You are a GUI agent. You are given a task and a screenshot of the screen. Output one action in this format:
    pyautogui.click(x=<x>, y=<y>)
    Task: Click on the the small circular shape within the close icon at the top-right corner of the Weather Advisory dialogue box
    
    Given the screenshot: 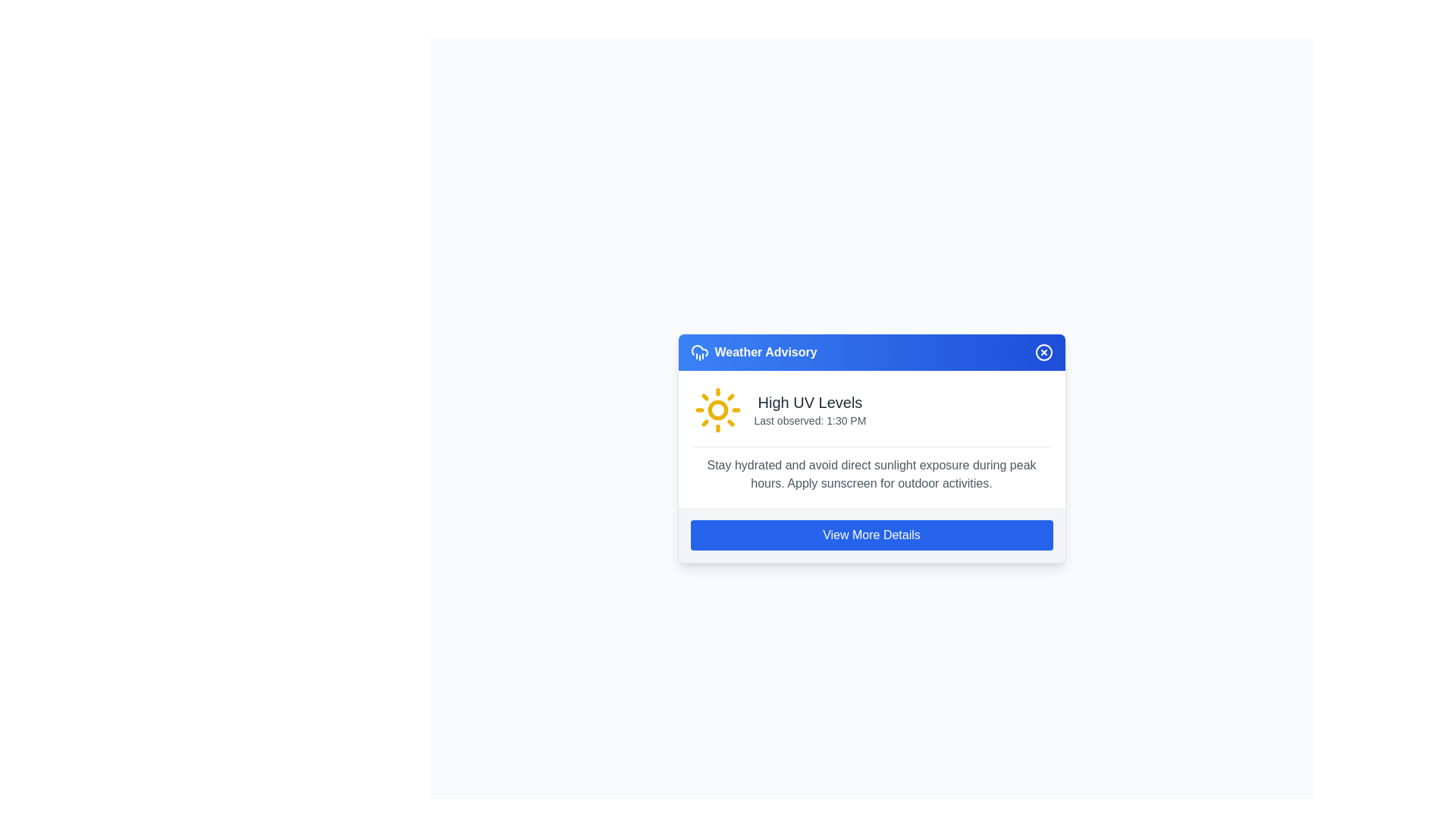 What is the action you would take?
    pyautogui.click(x=1043, y=352)
    